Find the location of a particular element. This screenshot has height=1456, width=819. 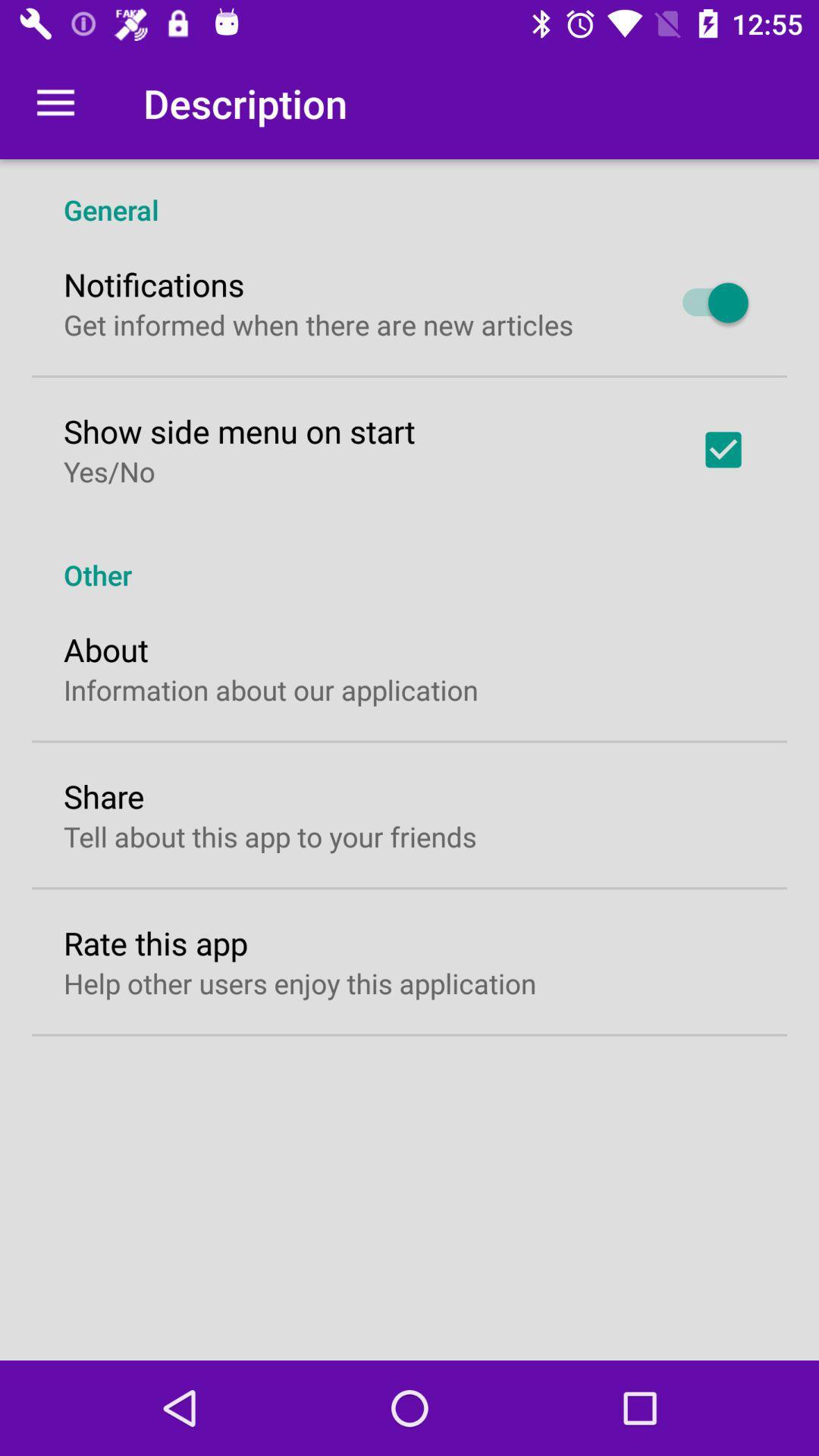

item next to get informed when is located at coordinates (708, 303).